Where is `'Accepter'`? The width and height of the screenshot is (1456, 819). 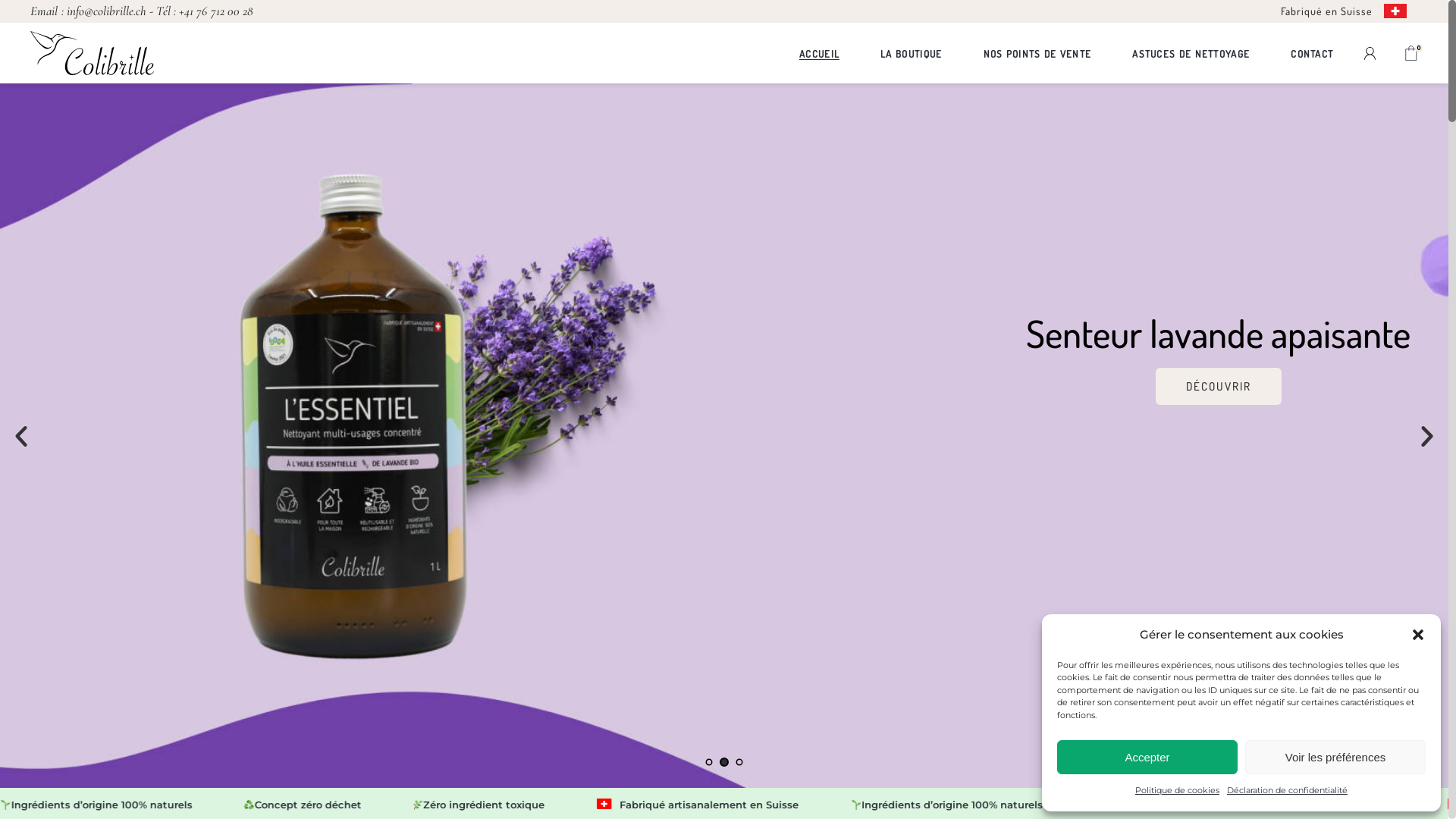
'Accepter' is located at coordinates (1056, 757).